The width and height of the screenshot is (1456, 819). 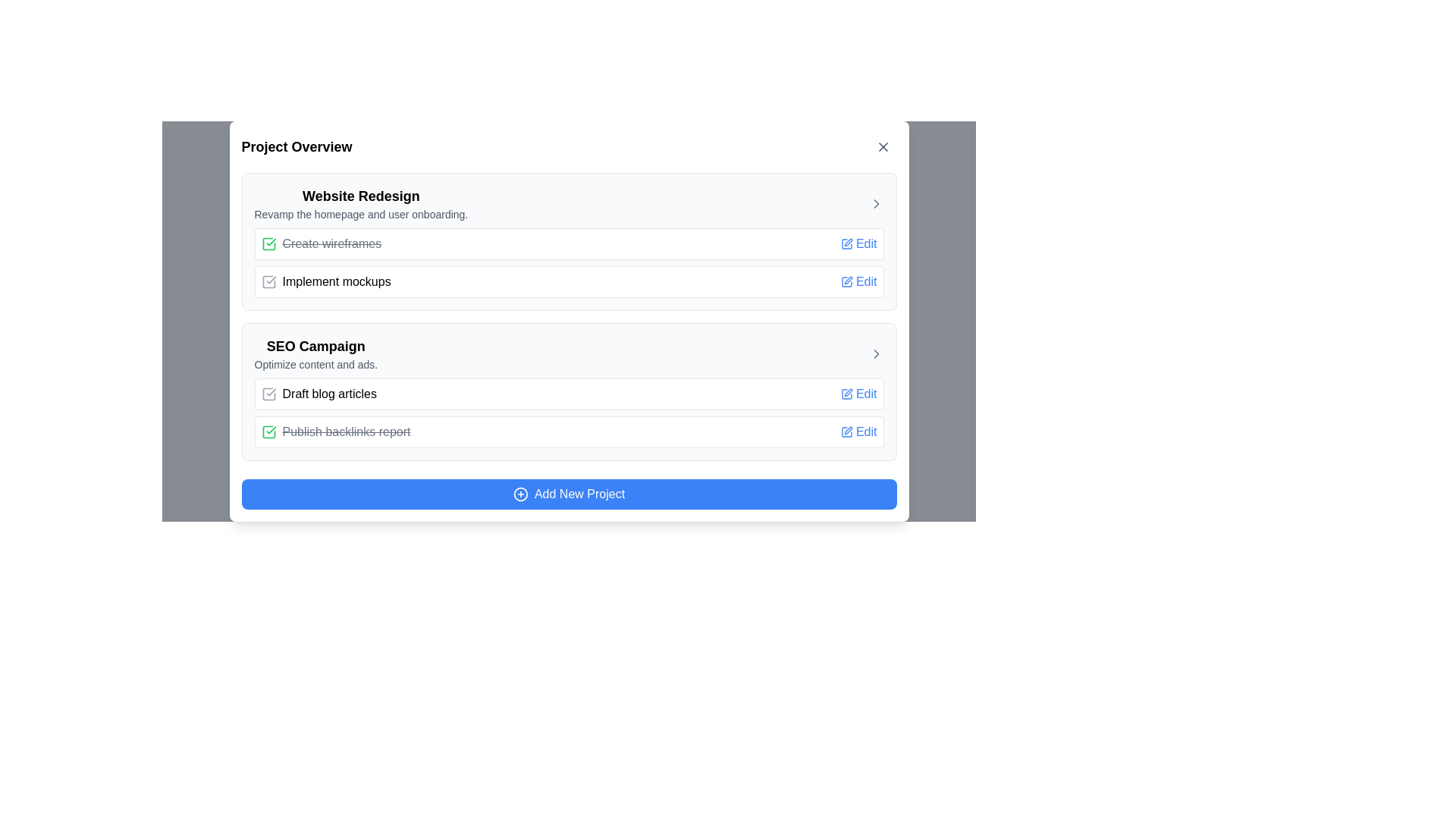 I want to click on the close button located at the top-right corner of the 'Project Overview' modal, so click(x=883, y=146).